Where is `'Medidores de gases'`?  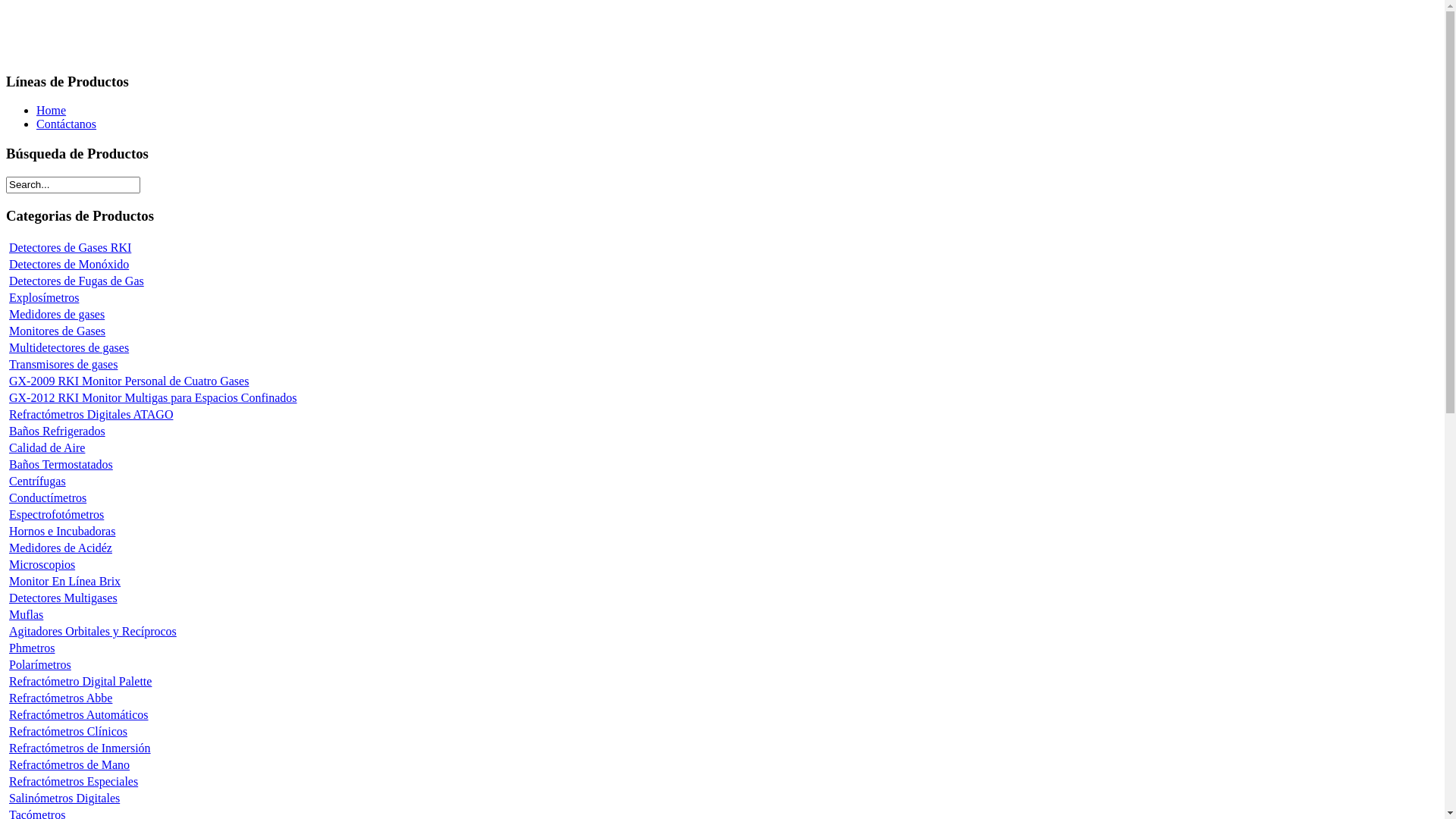
'Medidores de gases' is located at coordinates (57, 313).